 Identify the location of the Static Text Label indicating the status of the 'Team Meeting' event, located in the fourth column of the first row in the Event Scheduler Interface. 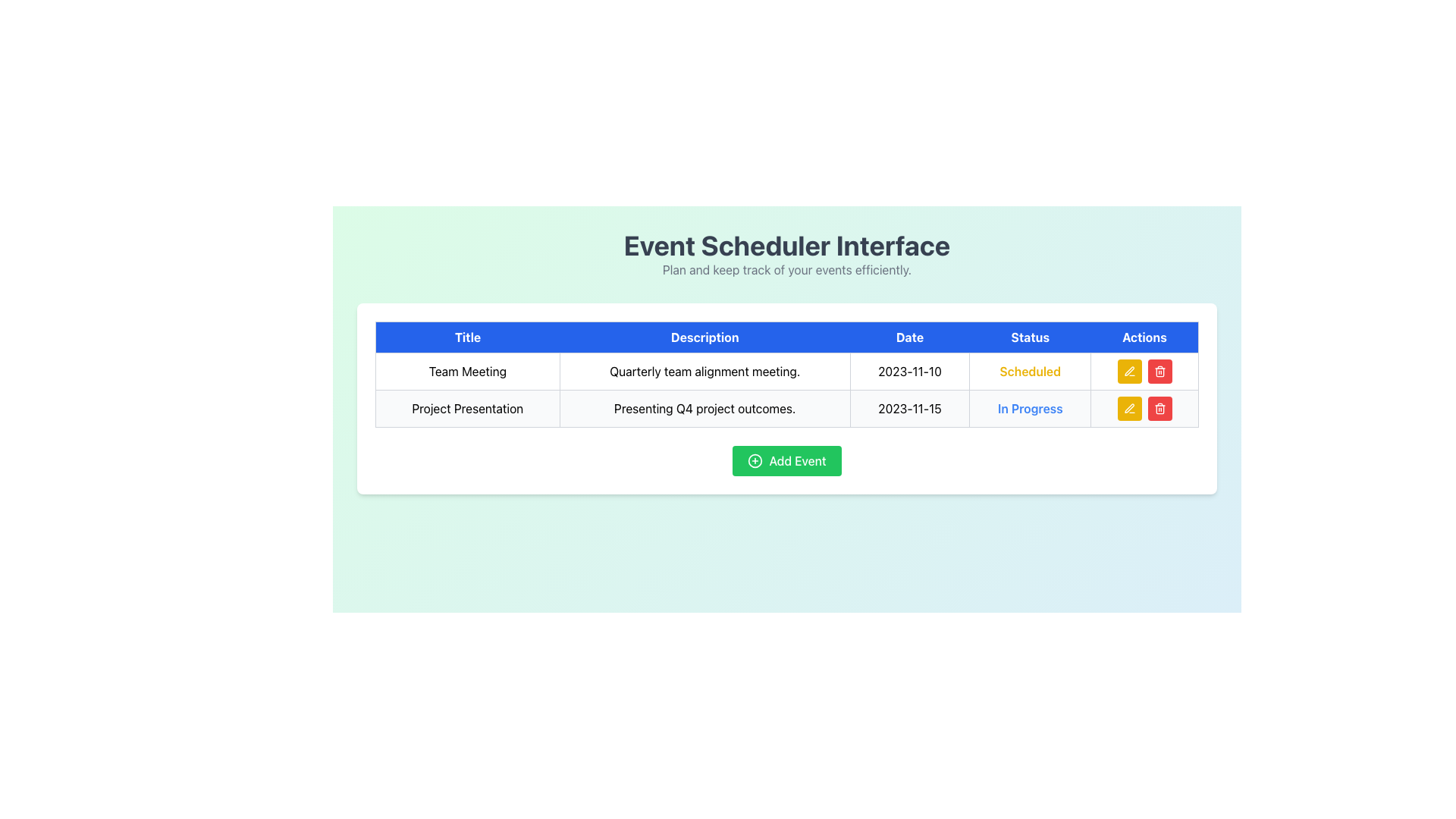
(1030, 371).